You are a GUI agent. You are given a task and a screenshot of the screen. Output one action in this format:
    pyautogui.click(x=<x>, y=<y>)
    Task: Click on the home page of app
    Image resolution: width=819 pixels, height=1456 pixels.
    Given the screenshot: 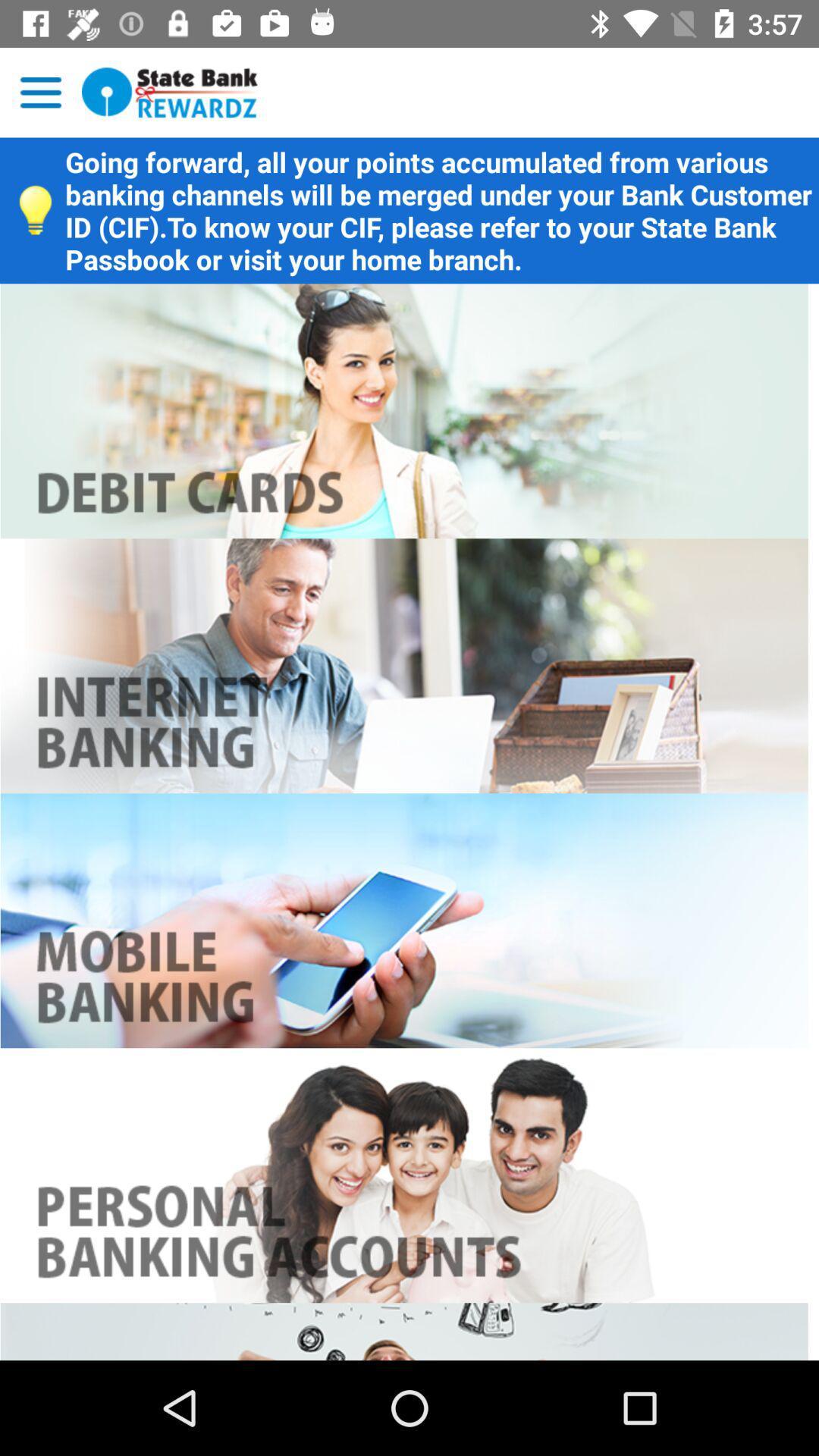 What is the action you would take?
    pyautogui.click(x=170, y=92)
    